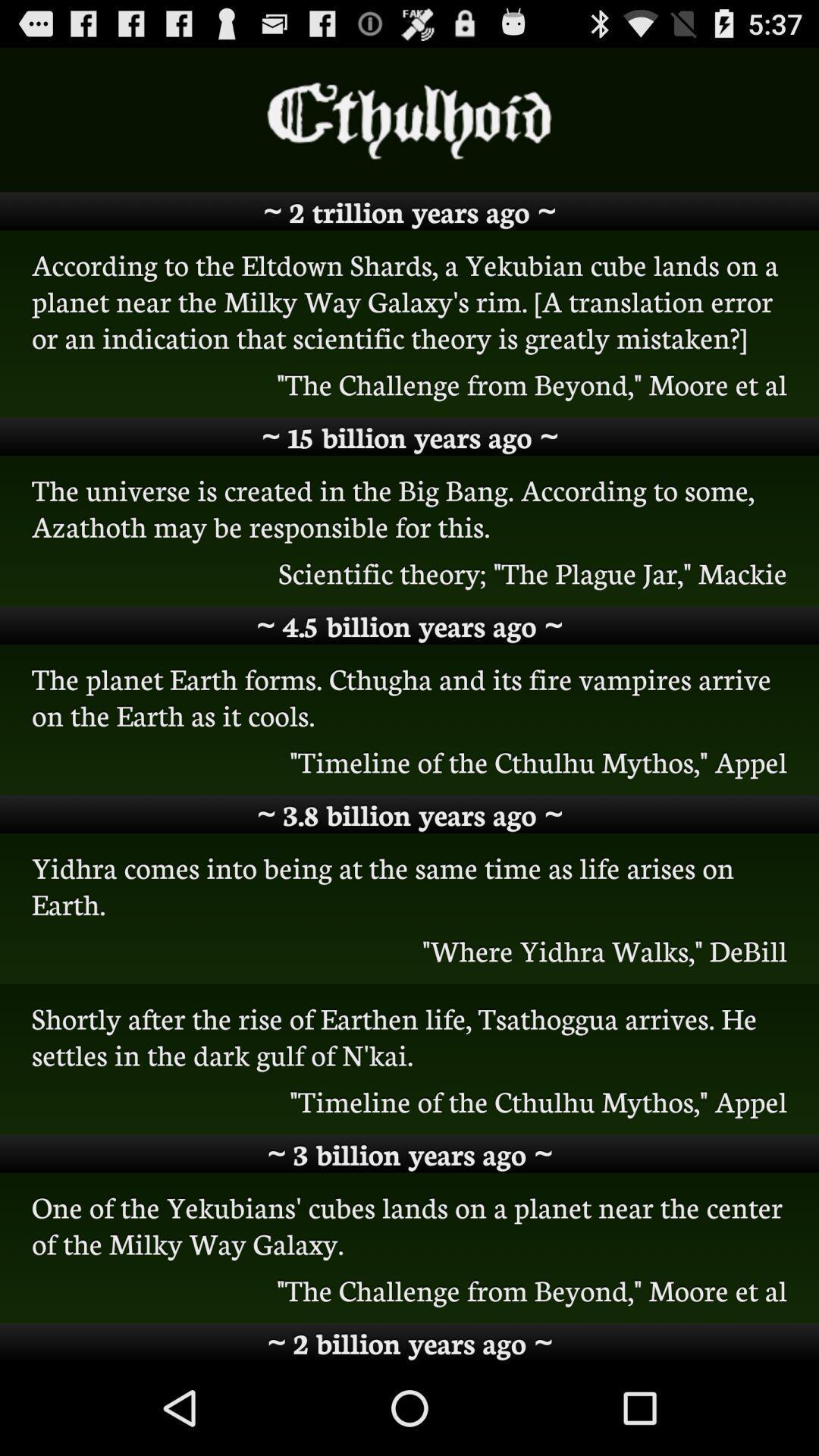  Describe the element at coordinates (409, 507) in the screenshot. I see `the item above scientific theory the icon` at that location.